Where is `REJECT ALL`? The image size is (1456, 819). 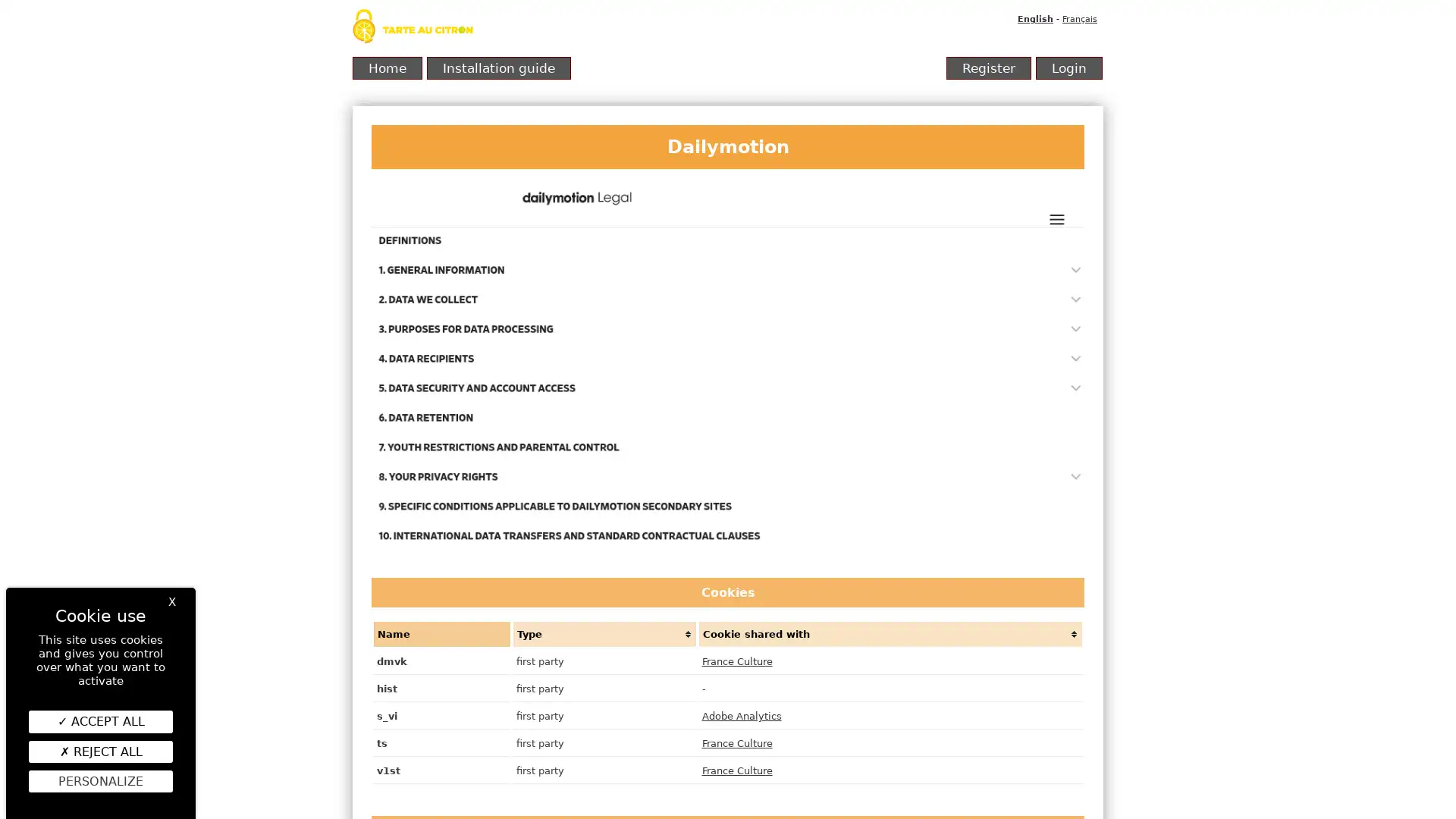 REJECT ALL is located at coordinates (100, 751).